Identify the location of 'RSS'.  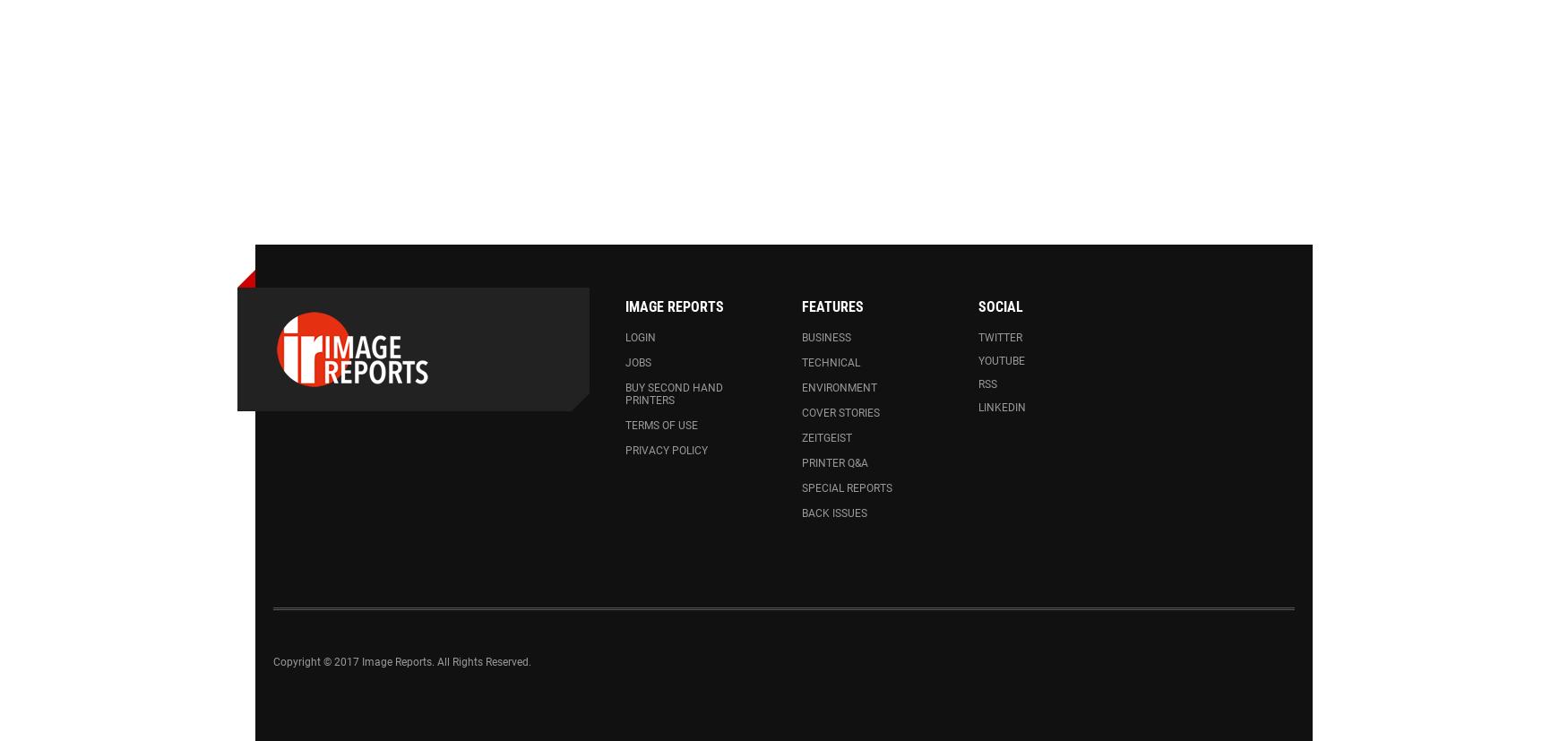
(986, 383).